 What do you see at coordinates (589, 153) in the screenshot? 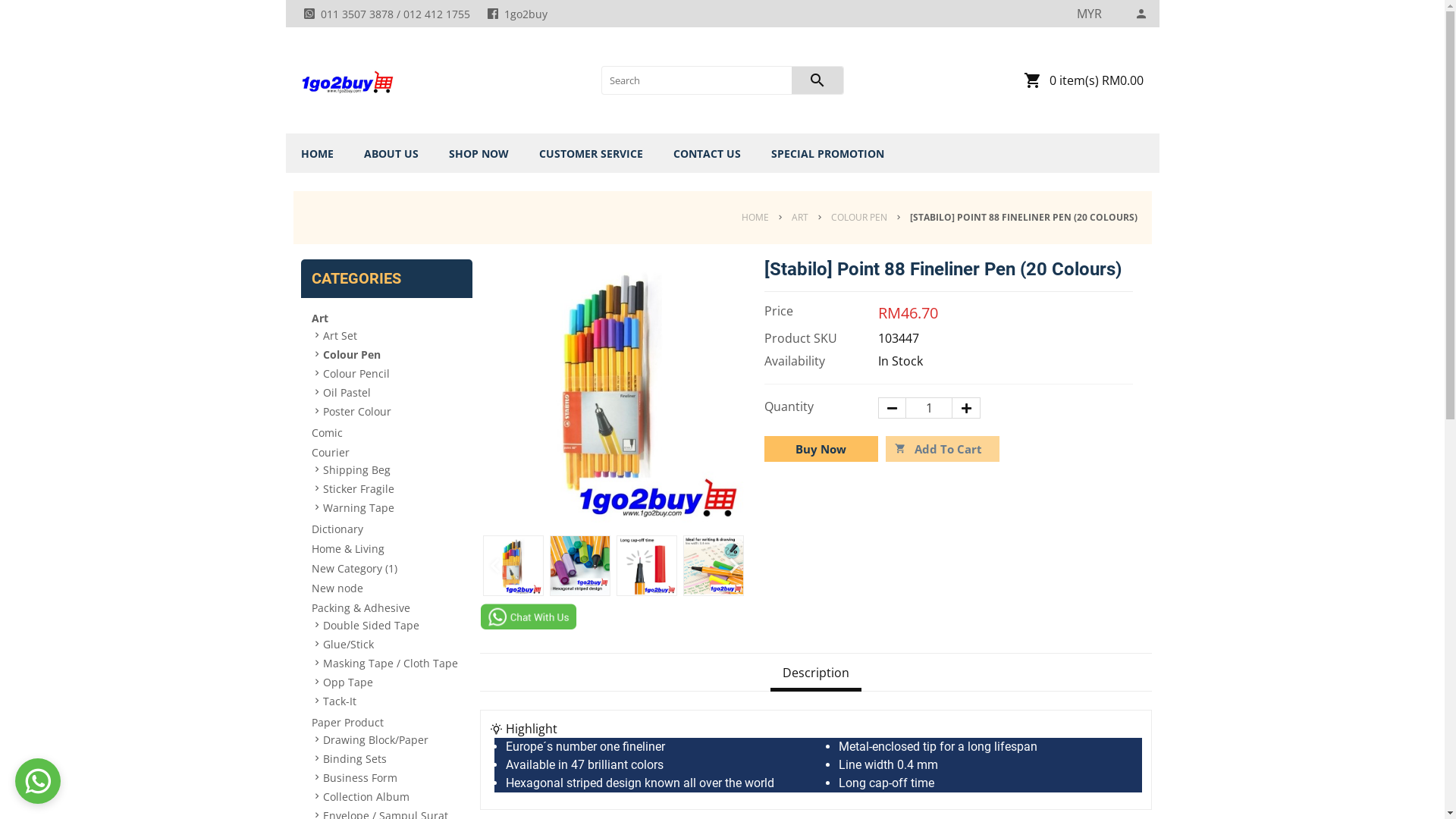
I see `'CUSTOMER SERVICE'` at bounding box center [589, 153].